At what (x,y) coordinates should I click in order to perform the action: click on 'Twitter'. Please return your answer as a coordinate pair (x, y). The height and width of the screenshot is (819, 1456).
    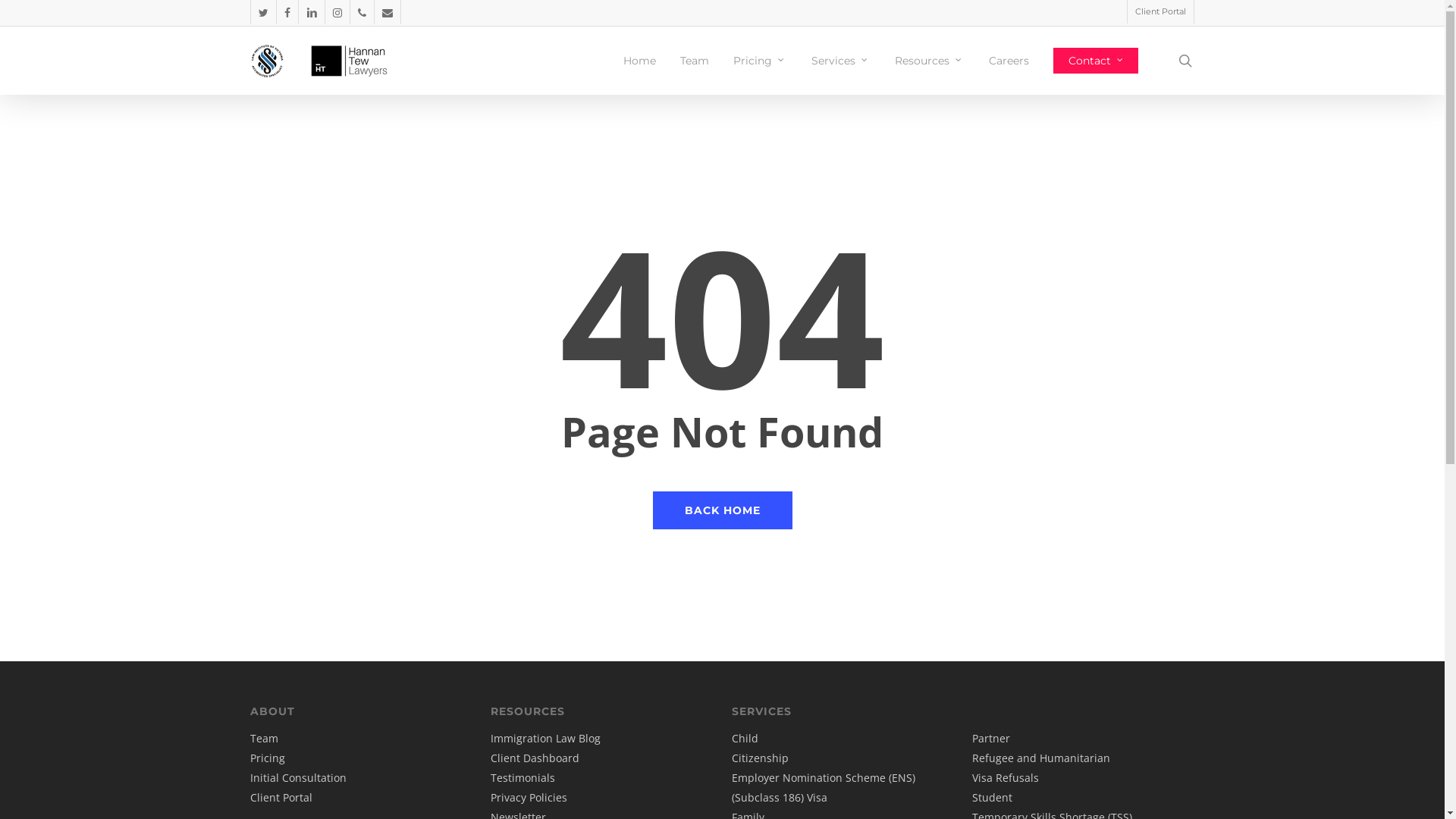
    Looking at the image, I should click on (262, 11).